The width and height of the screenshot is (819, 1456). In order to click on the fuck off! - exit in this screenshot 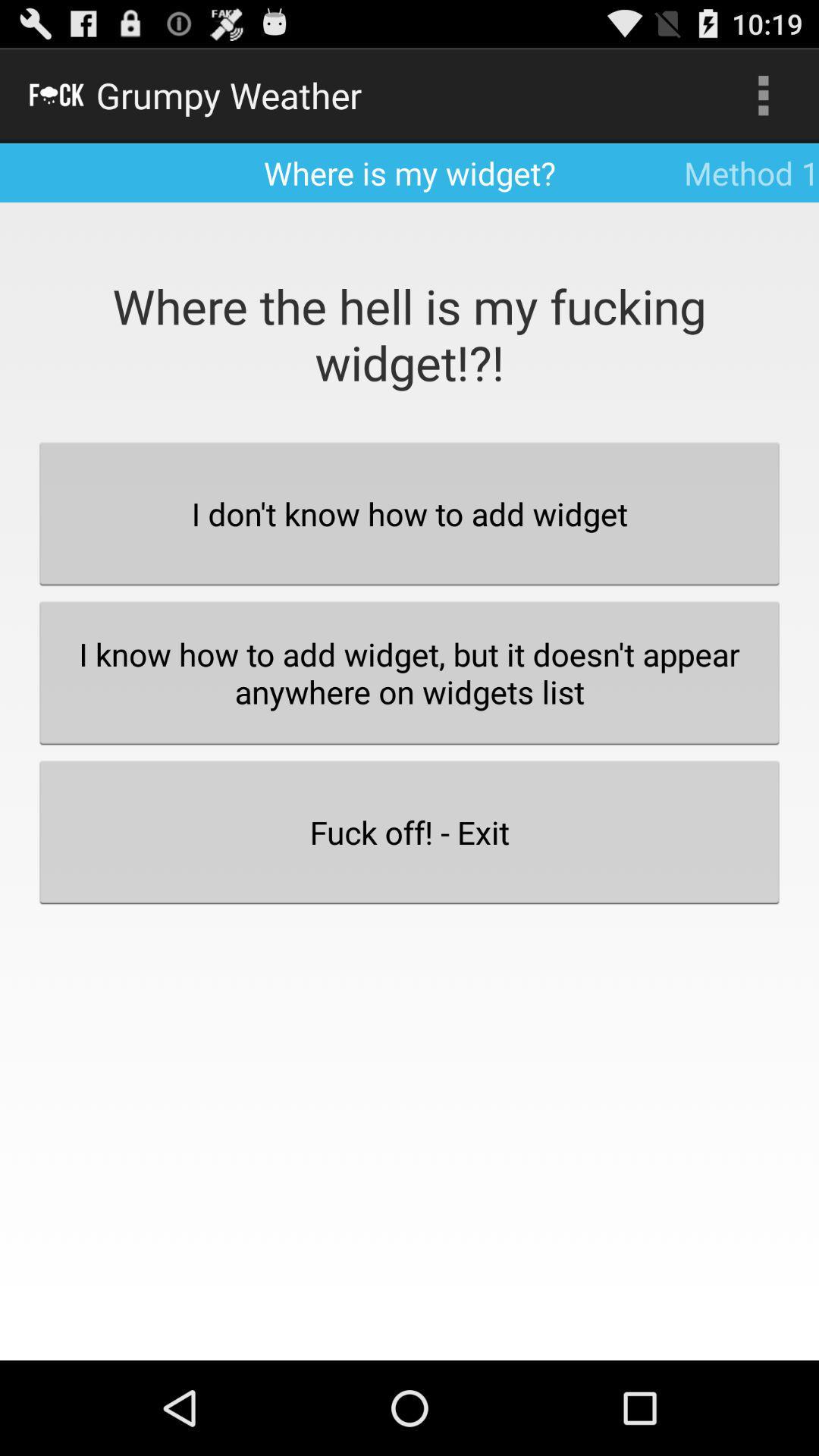, I will do `click(409, 831)`.